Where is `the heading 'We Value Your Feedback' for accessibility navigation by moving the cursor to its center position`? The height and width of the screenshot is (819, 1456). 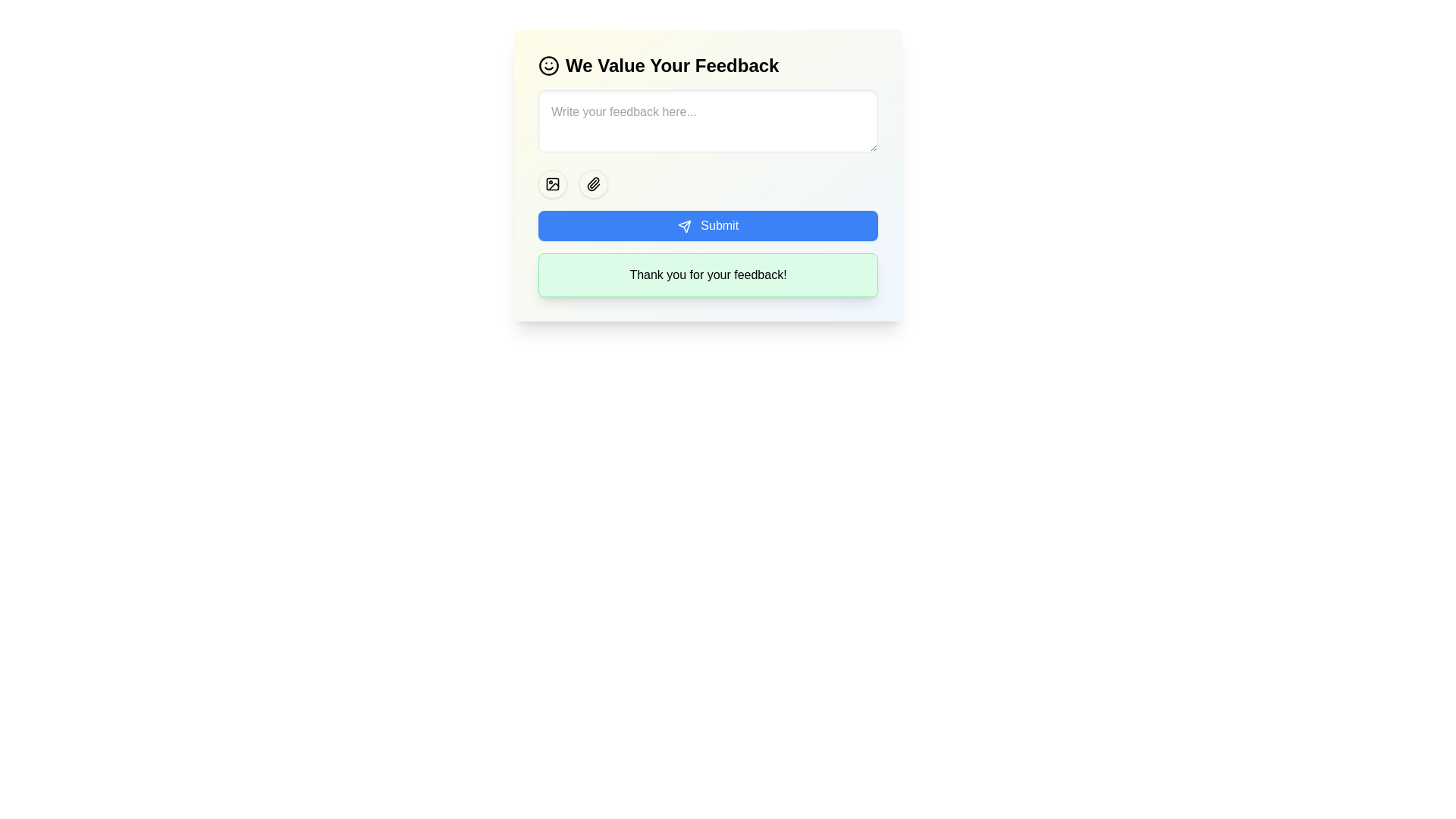 the heading 'We Value Your Feedback' for accessibility navigation by moving the cursor to its center position is located at coordinates (708, 65).